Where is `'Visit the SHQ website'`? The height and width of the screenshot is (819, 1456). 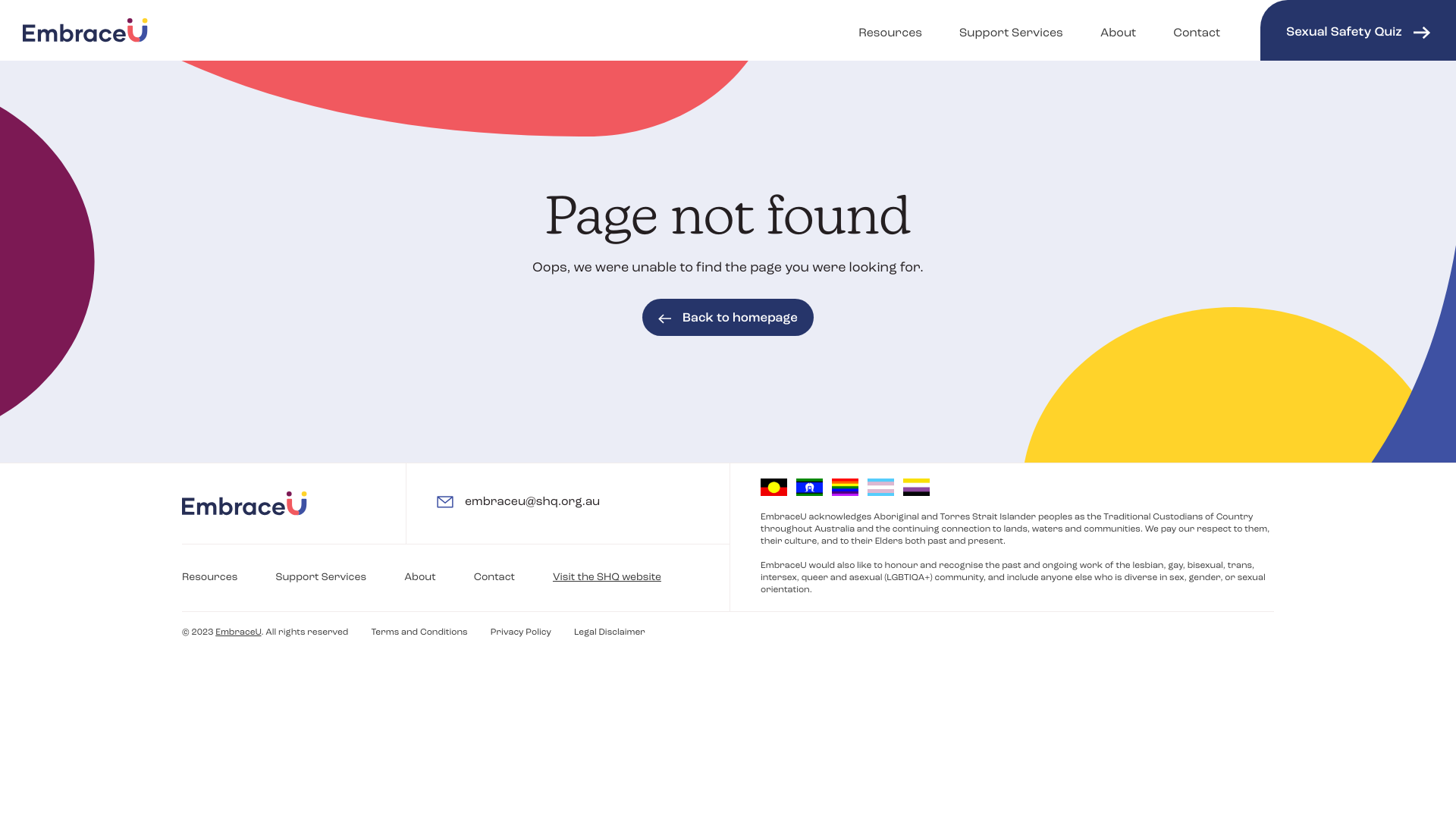 'Visit the SHQ website' is located at coordinates (607, 577).